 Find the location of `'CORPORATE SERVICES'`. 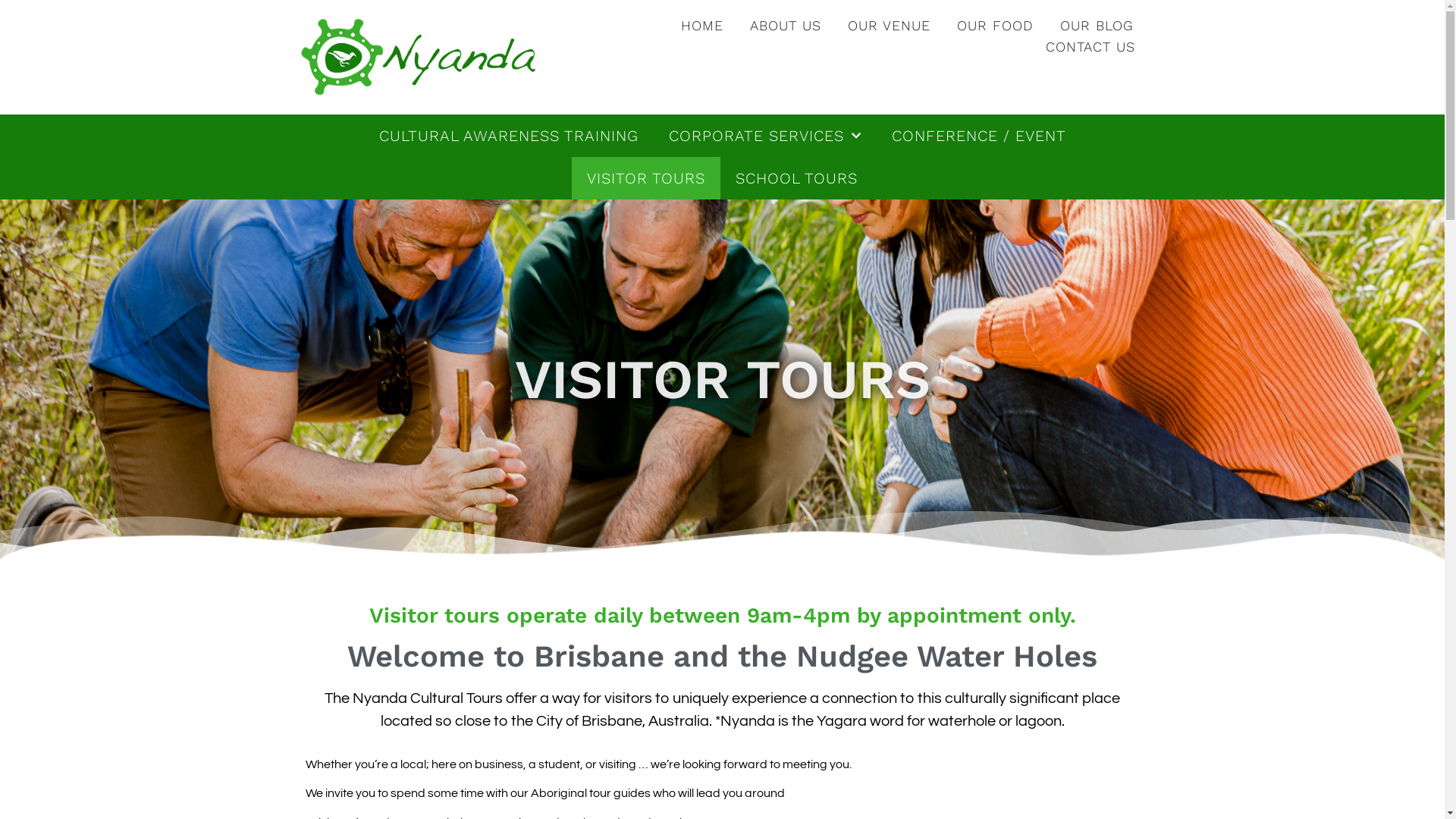

'CORPORATE SERVICES' is located at coordinates (764, 134).